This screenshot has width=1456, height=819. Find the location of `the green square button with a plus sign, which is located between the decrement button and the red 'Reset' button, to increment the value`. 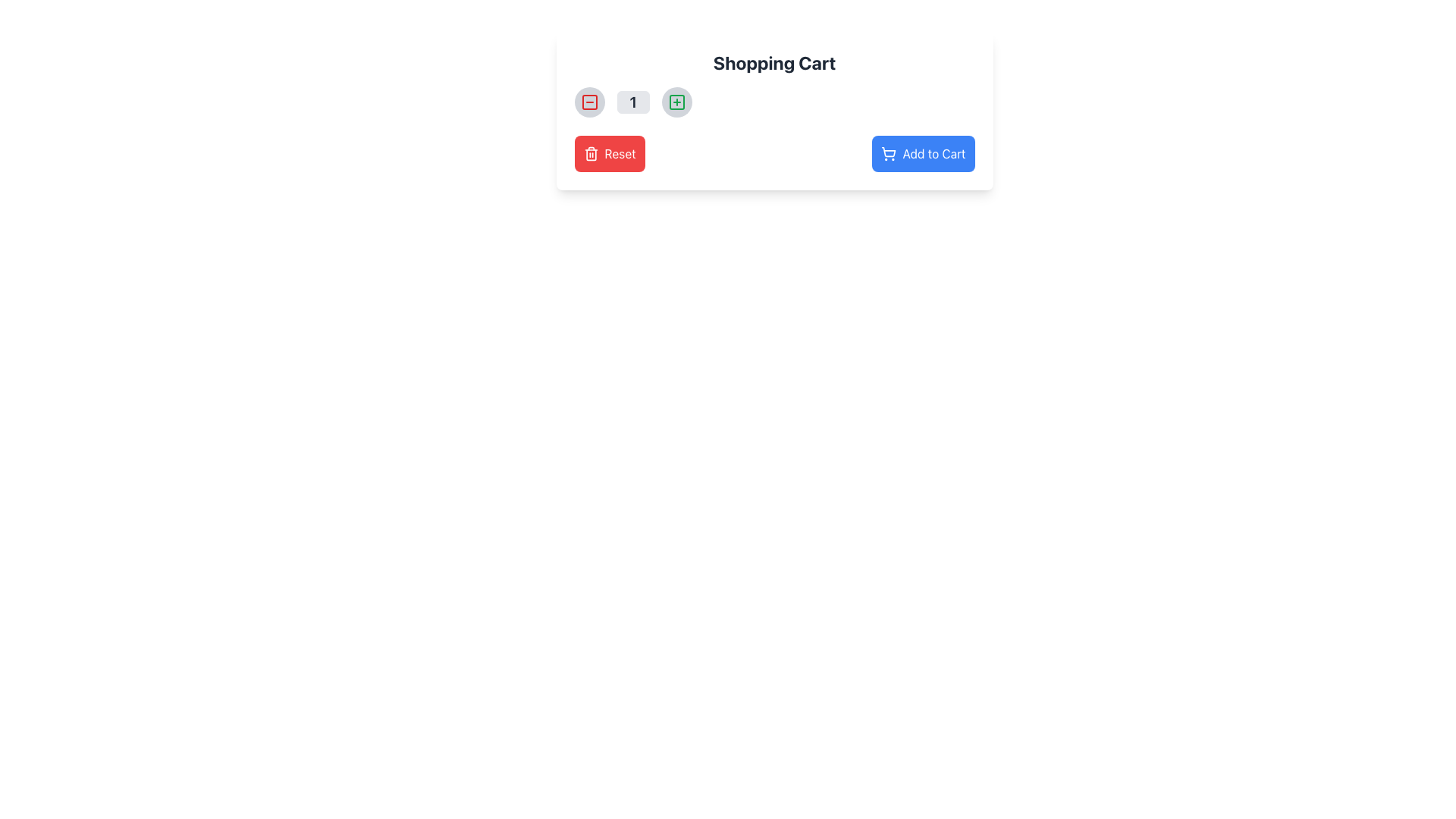

the green square button with a plus sign, which is located between the decrement button and the red 'Reset' button, to increment the value is located at coordinates (676, 102).